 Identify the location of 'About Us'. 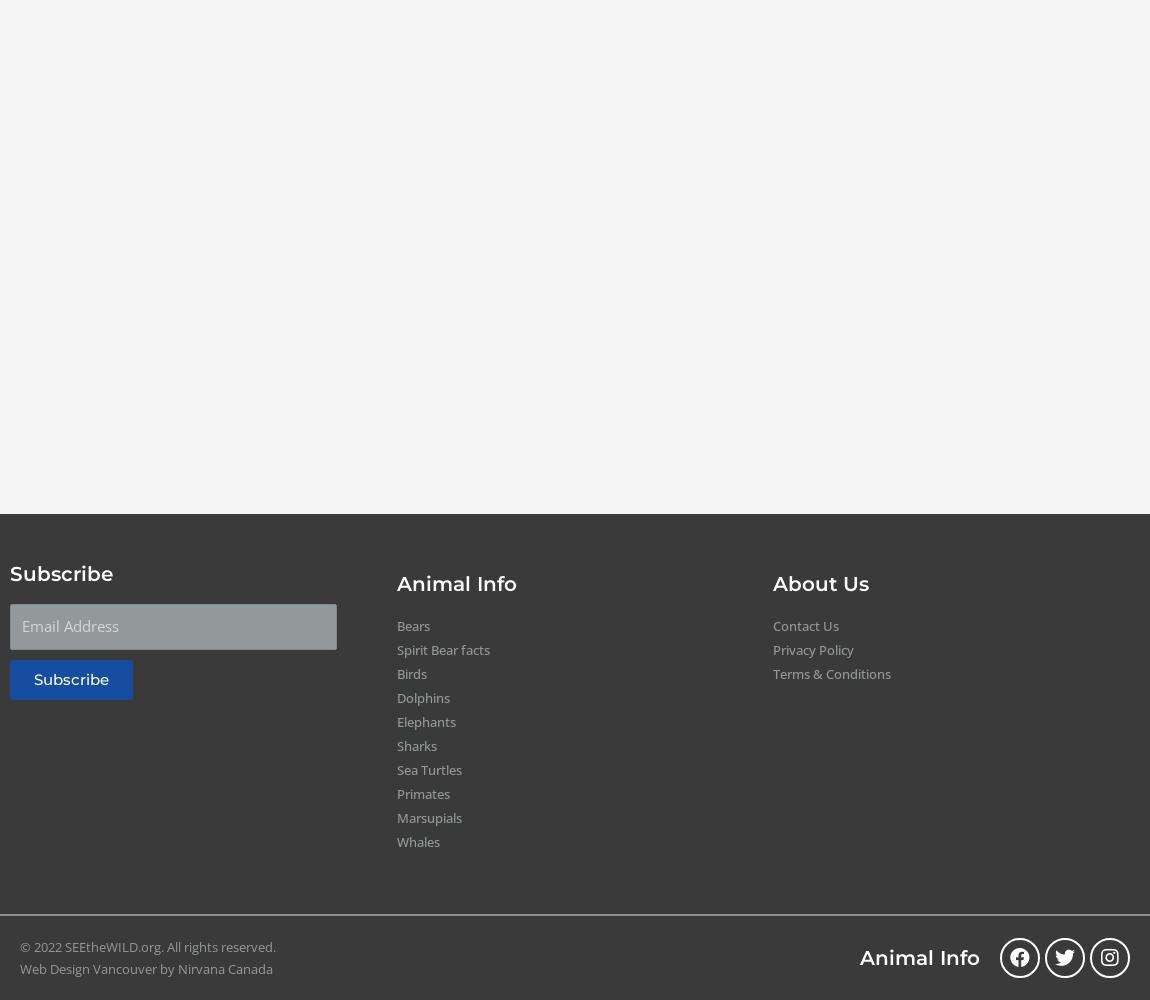
(819, 583).